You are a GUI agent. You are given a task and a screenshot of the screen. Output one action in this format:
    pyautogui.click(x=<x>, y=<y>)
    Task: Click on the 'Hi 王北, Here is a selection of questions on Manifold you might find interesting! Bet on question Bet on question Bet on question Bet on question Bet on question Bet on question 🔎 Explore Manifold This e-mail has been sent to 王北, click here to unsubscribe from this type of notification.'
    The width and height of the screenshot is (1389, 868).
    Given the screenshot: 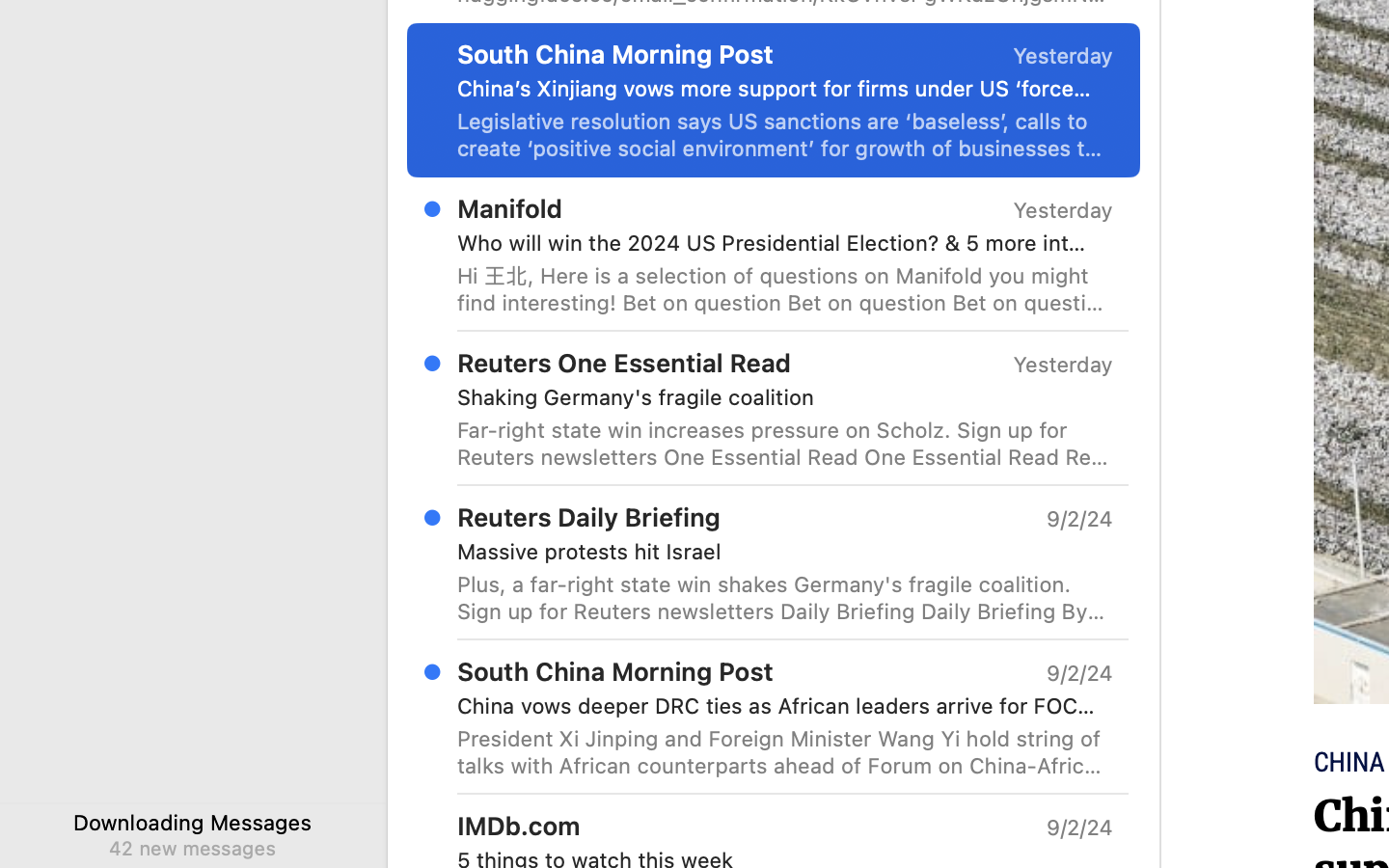 What is the action you would take?
    pyautogui.click(x=785, y=287)
    